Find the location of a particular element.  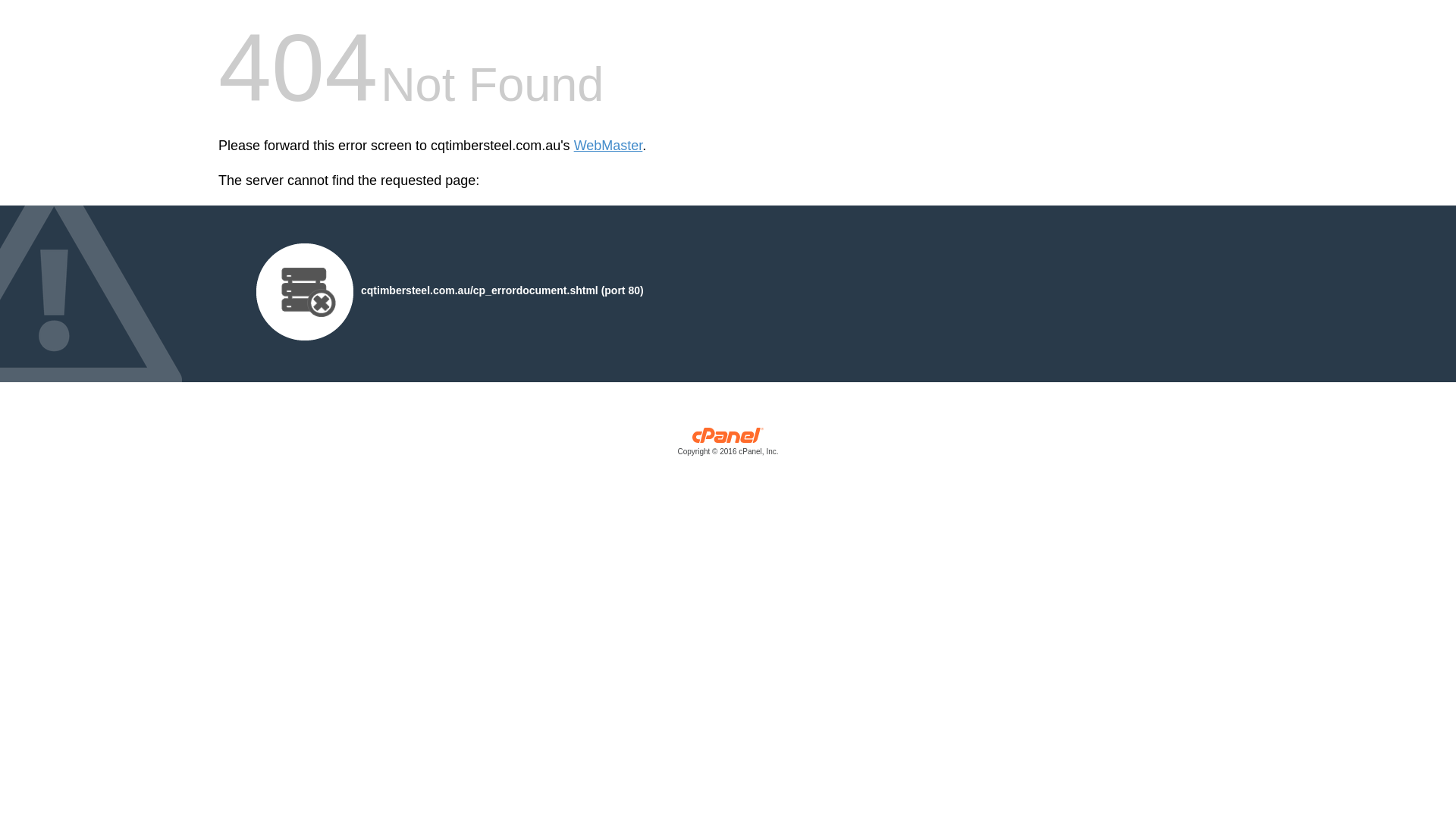

'WebMaster' is located at coordinates (608, 146).